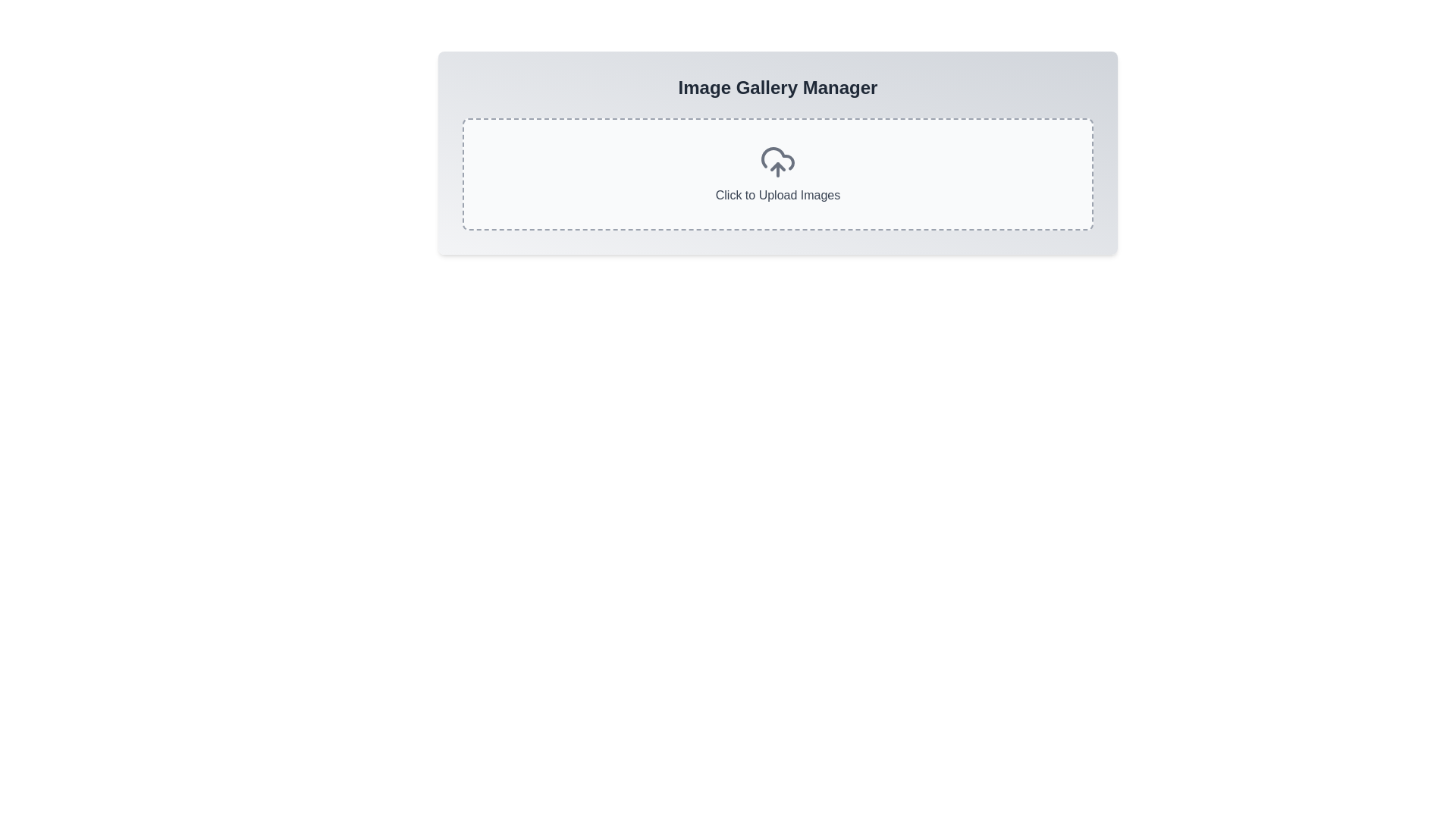  Describe the element at coordinates (778, 162) in the screenshot. I see `the upload icon, which is located in the center of a bordered, dashed box labeled 'Click to Upload Images'` at that location.